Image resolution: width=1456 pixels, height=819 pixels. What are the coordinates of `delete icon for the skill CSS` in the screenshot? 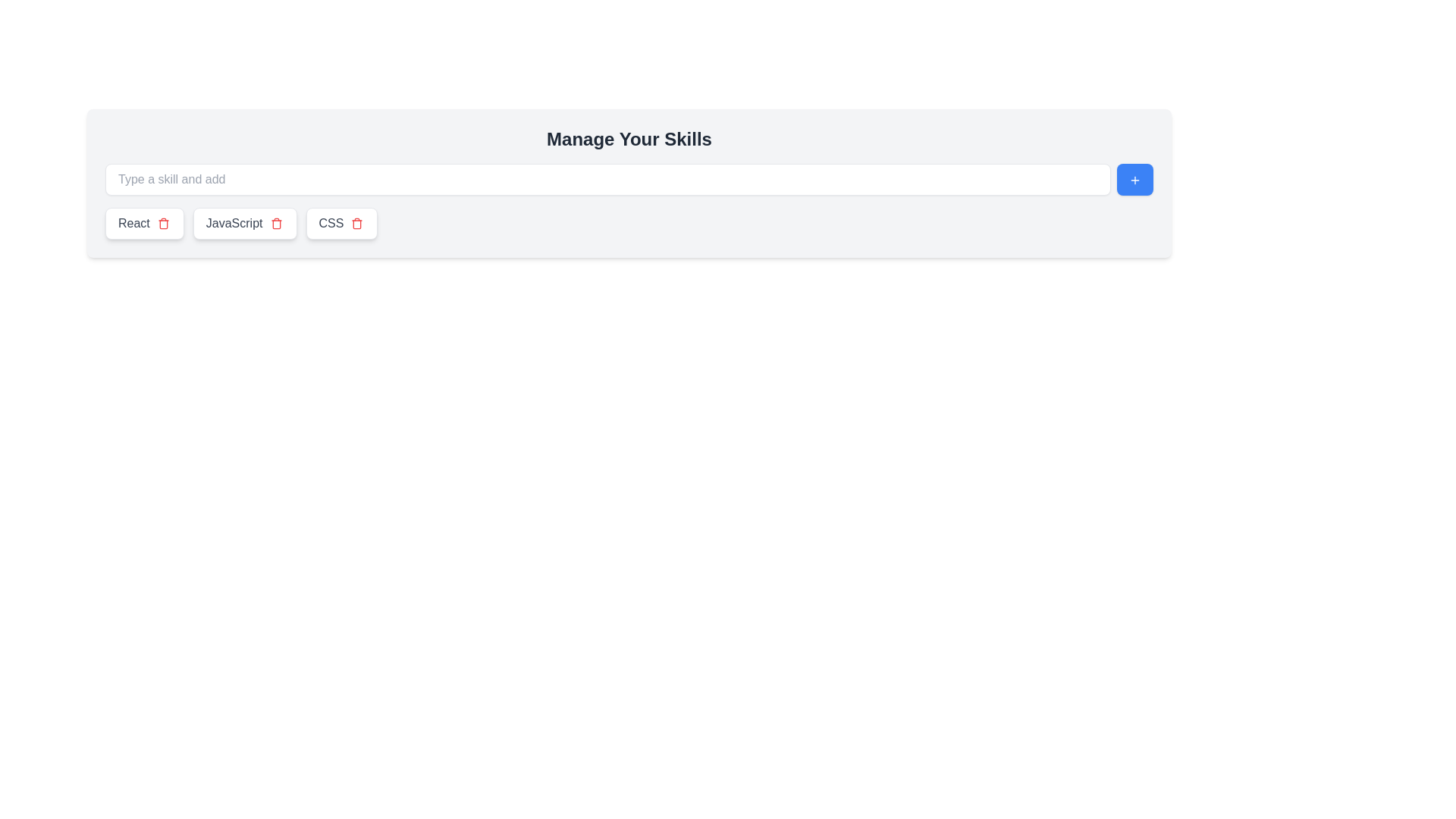 It's located at (356, 223).